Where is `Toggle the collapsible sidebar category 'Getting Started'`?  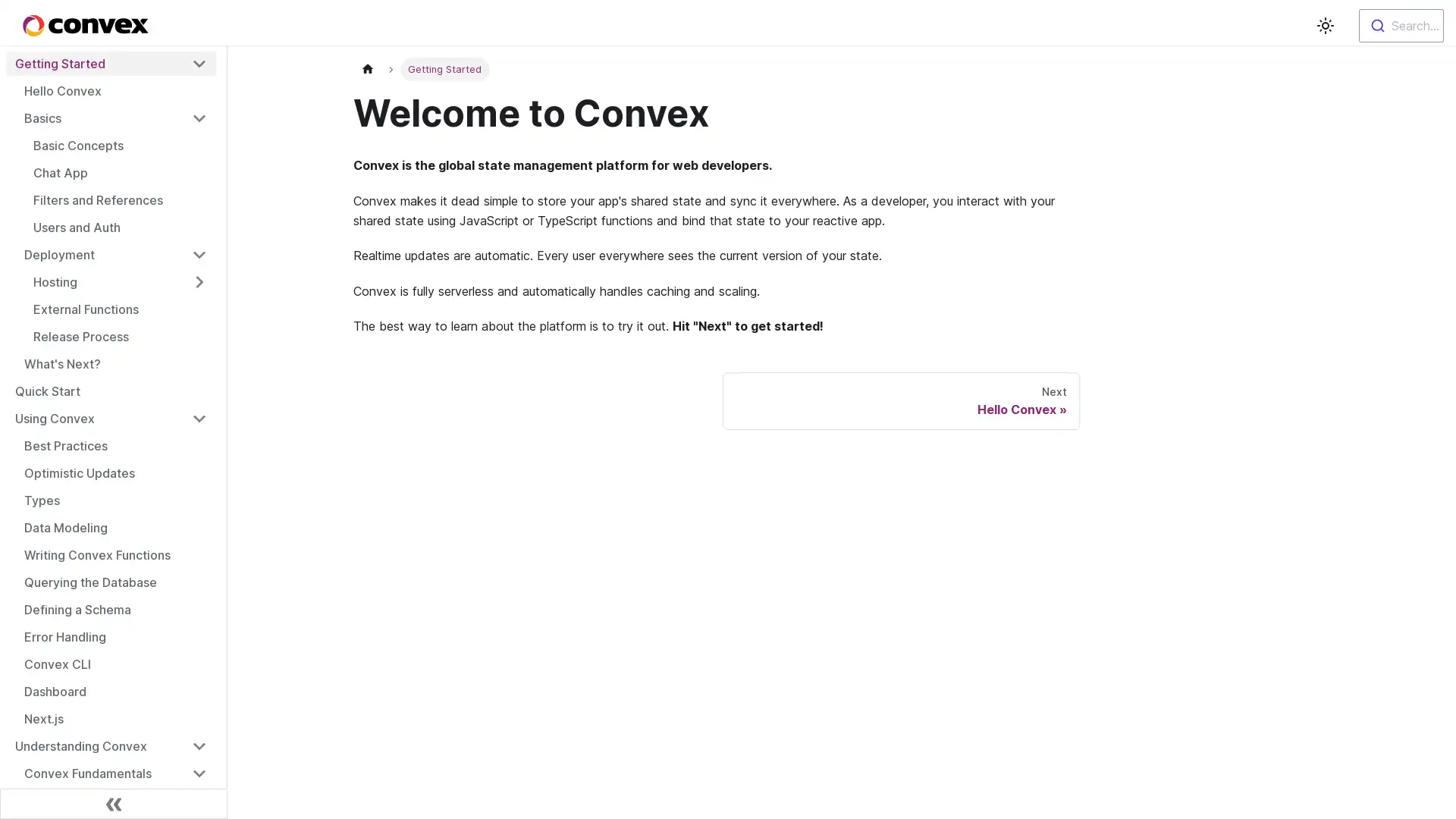 Toggle the collapsible sidebar category 'Getting Started' is located at coordinates (199, 63).